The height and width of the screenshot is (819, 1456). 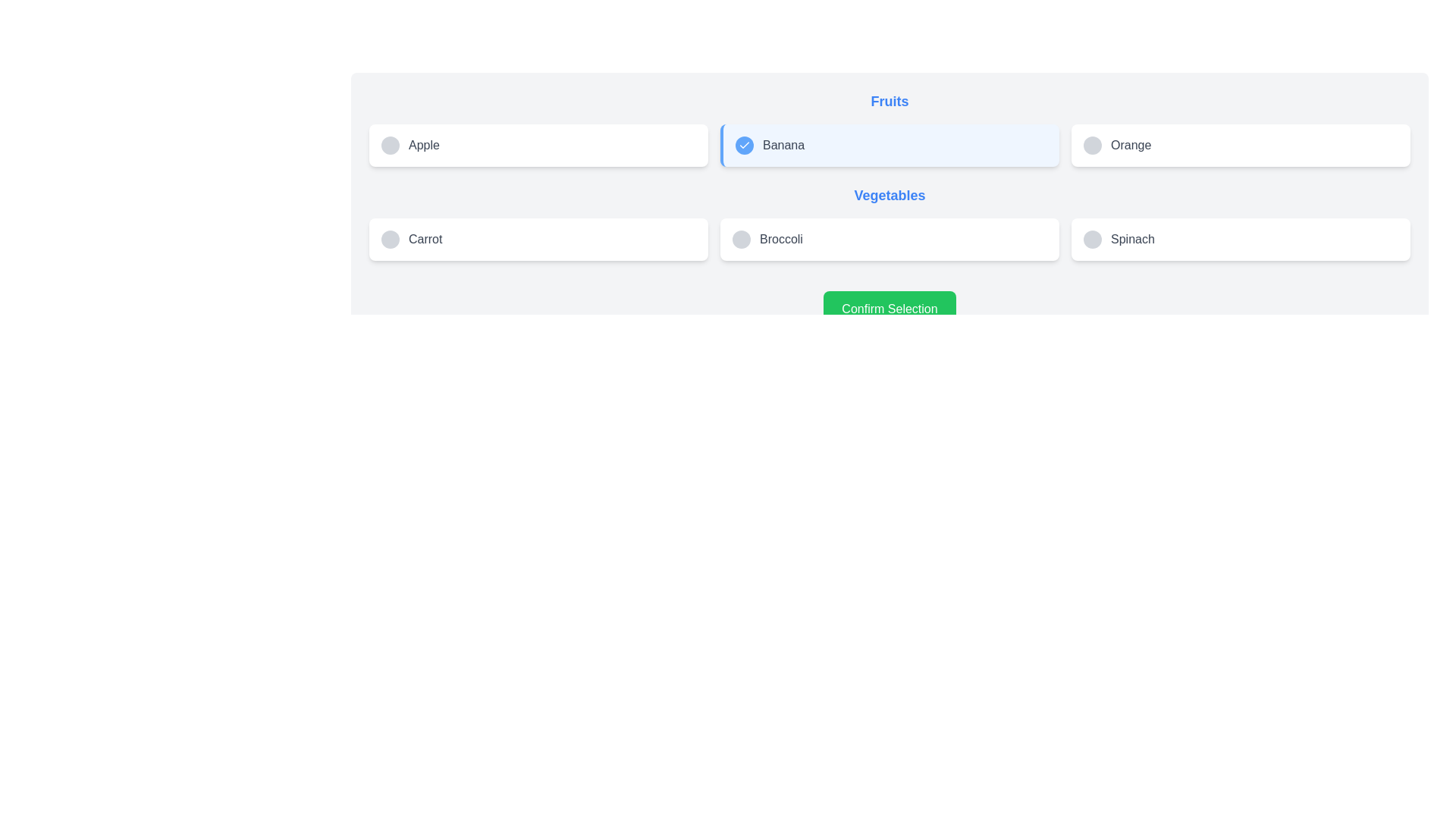 What do you see at coordinates (1092, 239) in the screenshot?
I see `the 'Spinach' radio button located inside the 'Vegetables' section` at bounding box center [1092, 239].